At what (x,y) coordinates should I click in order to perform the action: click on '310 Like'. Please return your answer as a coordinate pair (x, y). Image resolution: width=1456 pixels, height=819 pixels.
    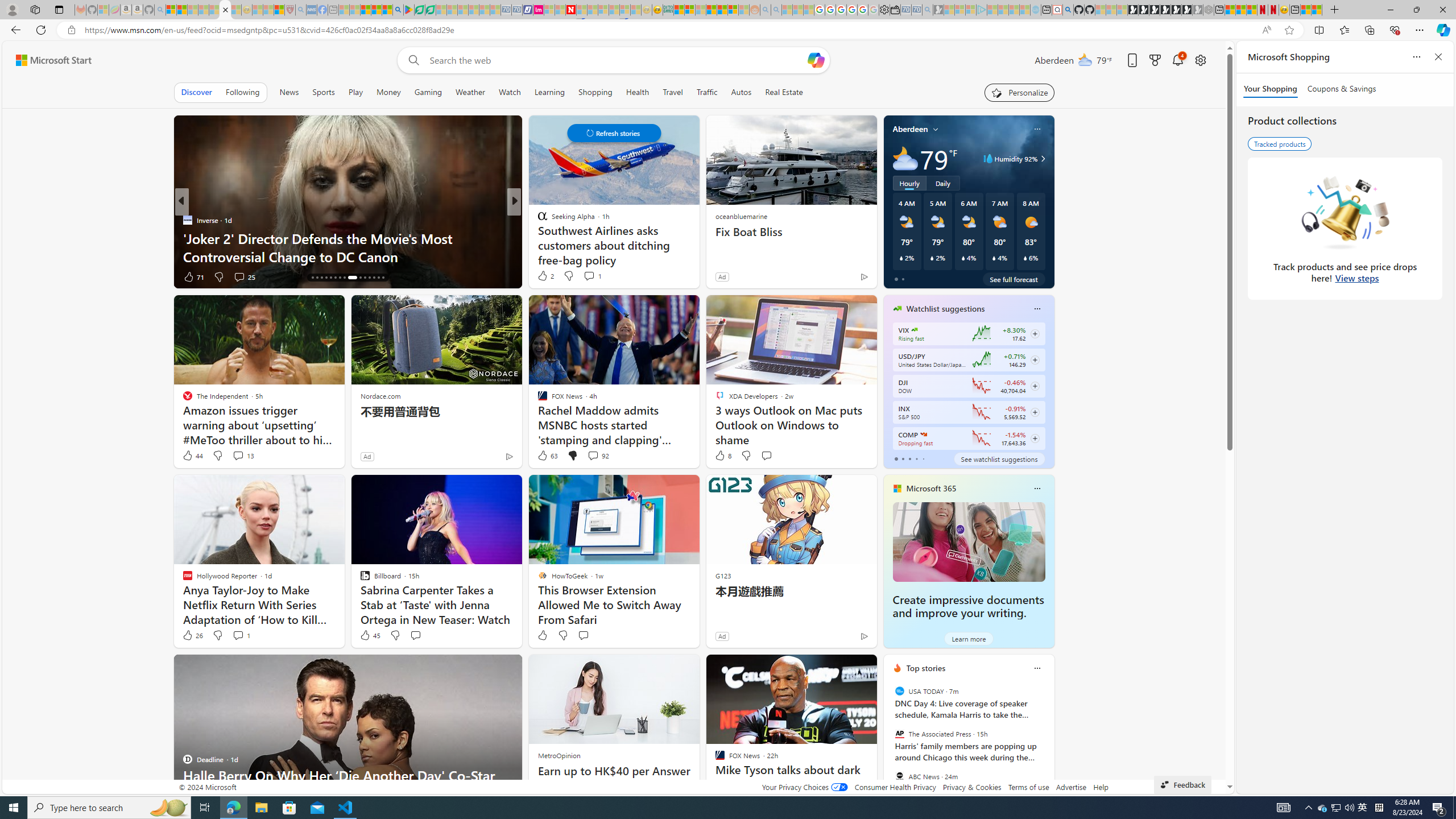
    Looking at the image, I should click on (544, 276).